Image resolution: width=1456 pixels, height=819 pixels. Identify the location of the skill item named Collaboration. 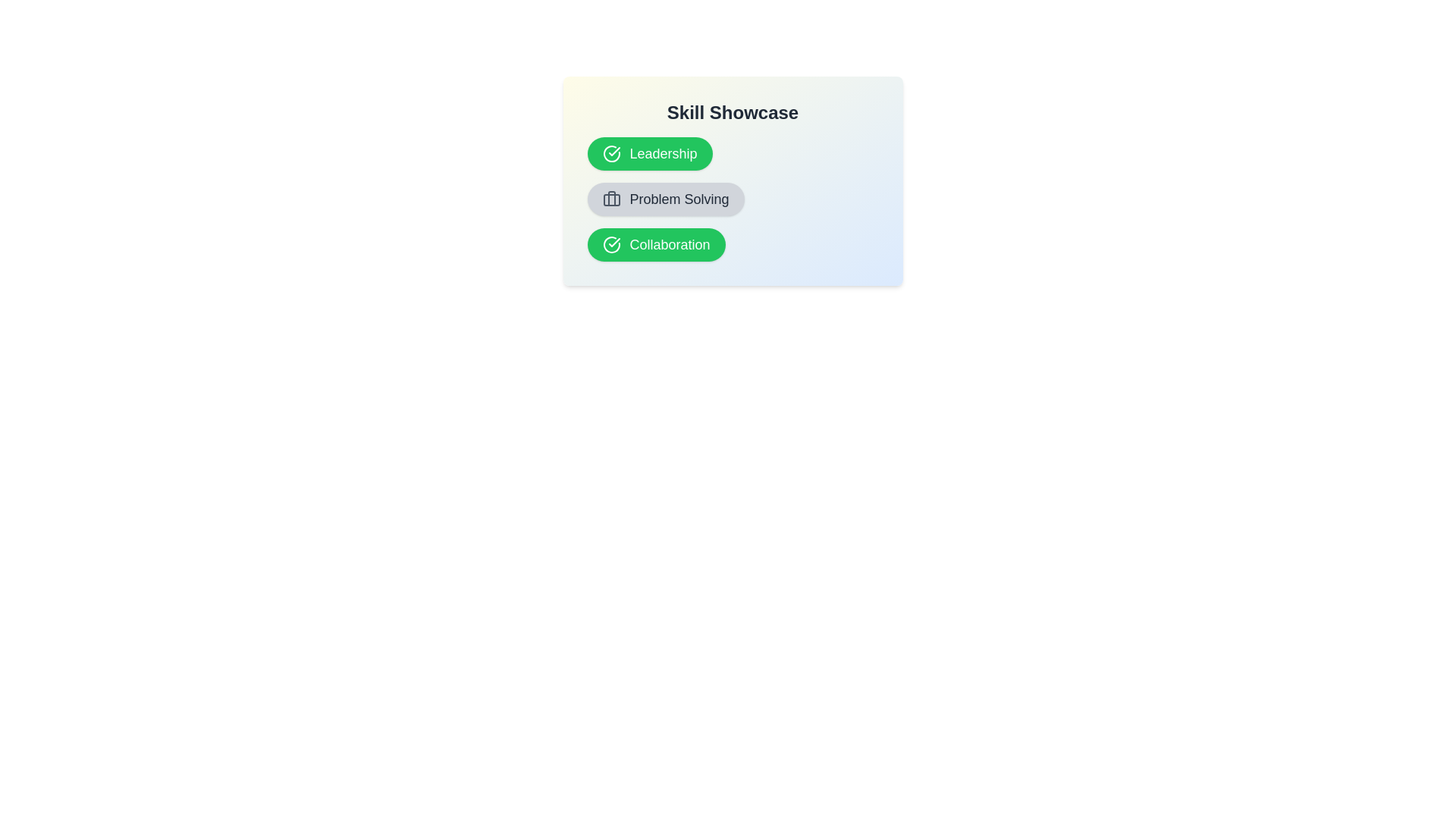
(655, 244).